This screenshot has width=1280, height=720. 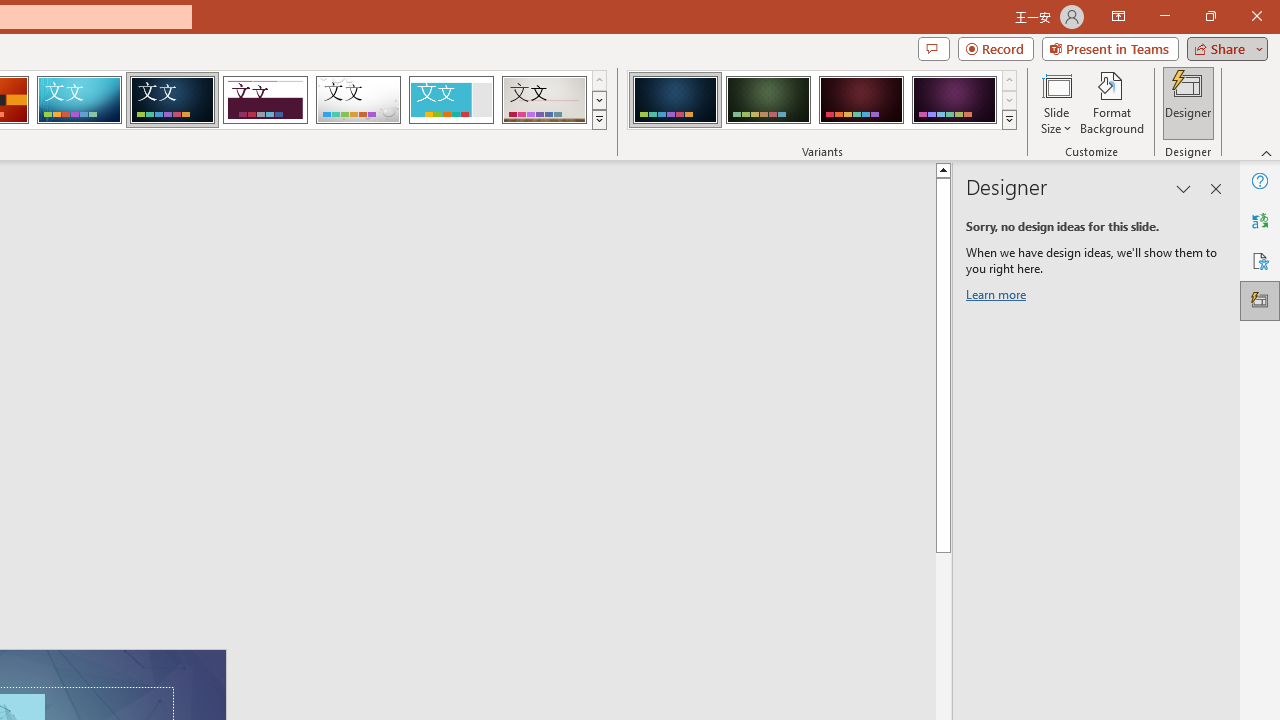 What do you see at coordinates (79, 100) in the screenshot?
I see `'Circuit'` at bounding box center [79, 100].